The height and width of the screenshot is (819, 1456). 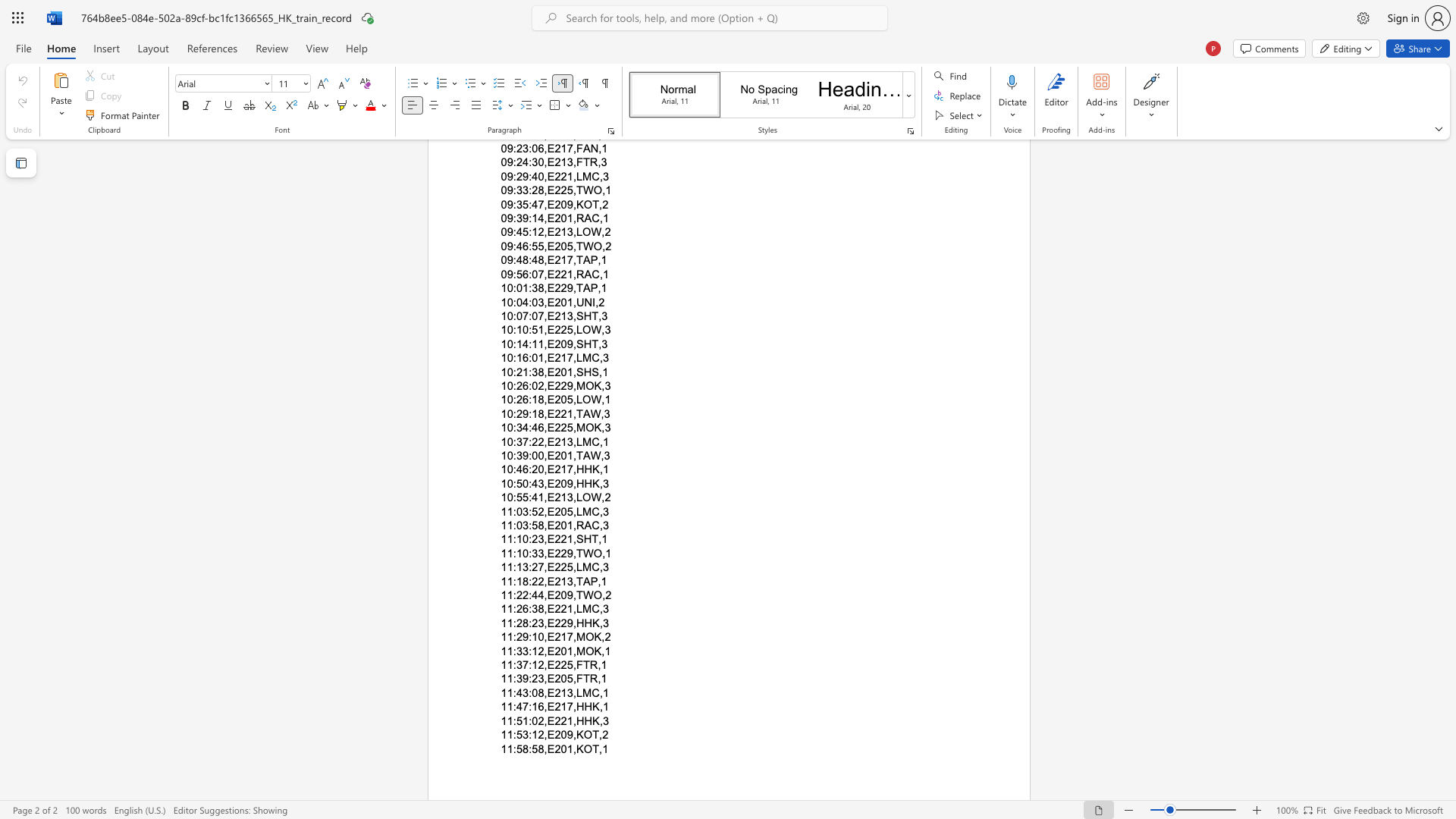 What do you see at coordinates (554, 525) in the screenshot?
I see `the subset text "201,RAC,3" within the text "11:03:58,E201,RAC,3"` at bounding box center [554, 525].